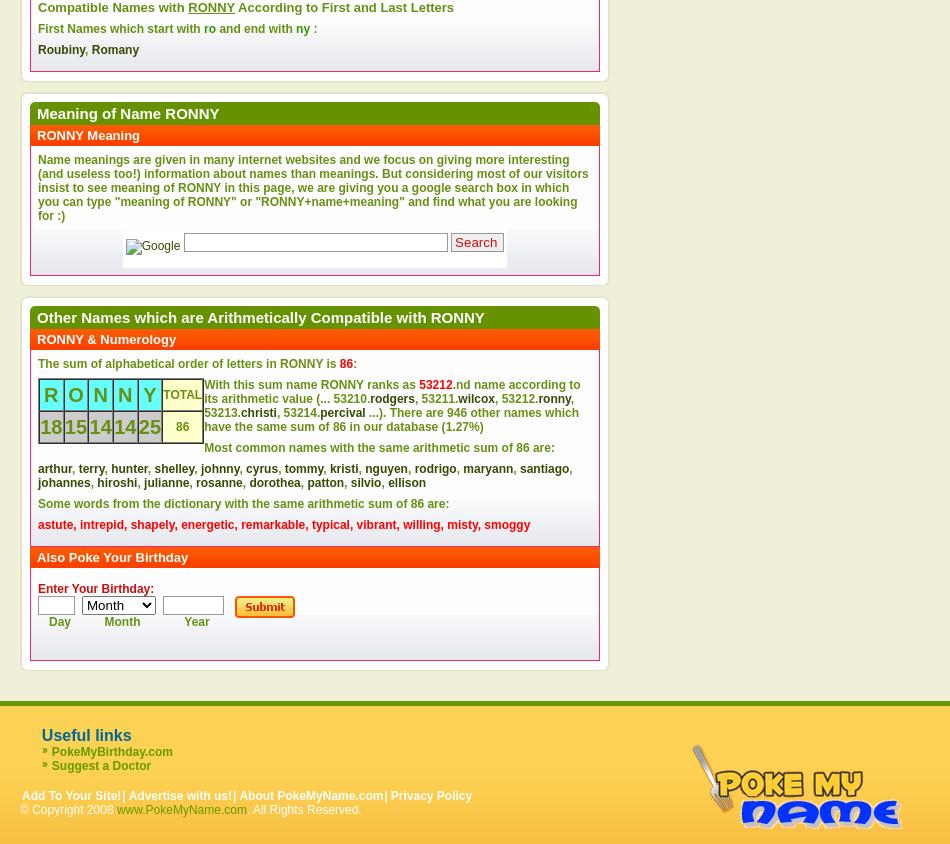 The height and width of the screenshot is (844, 950). I want to click on 'other names which have the same sum of', so click(203, 419).